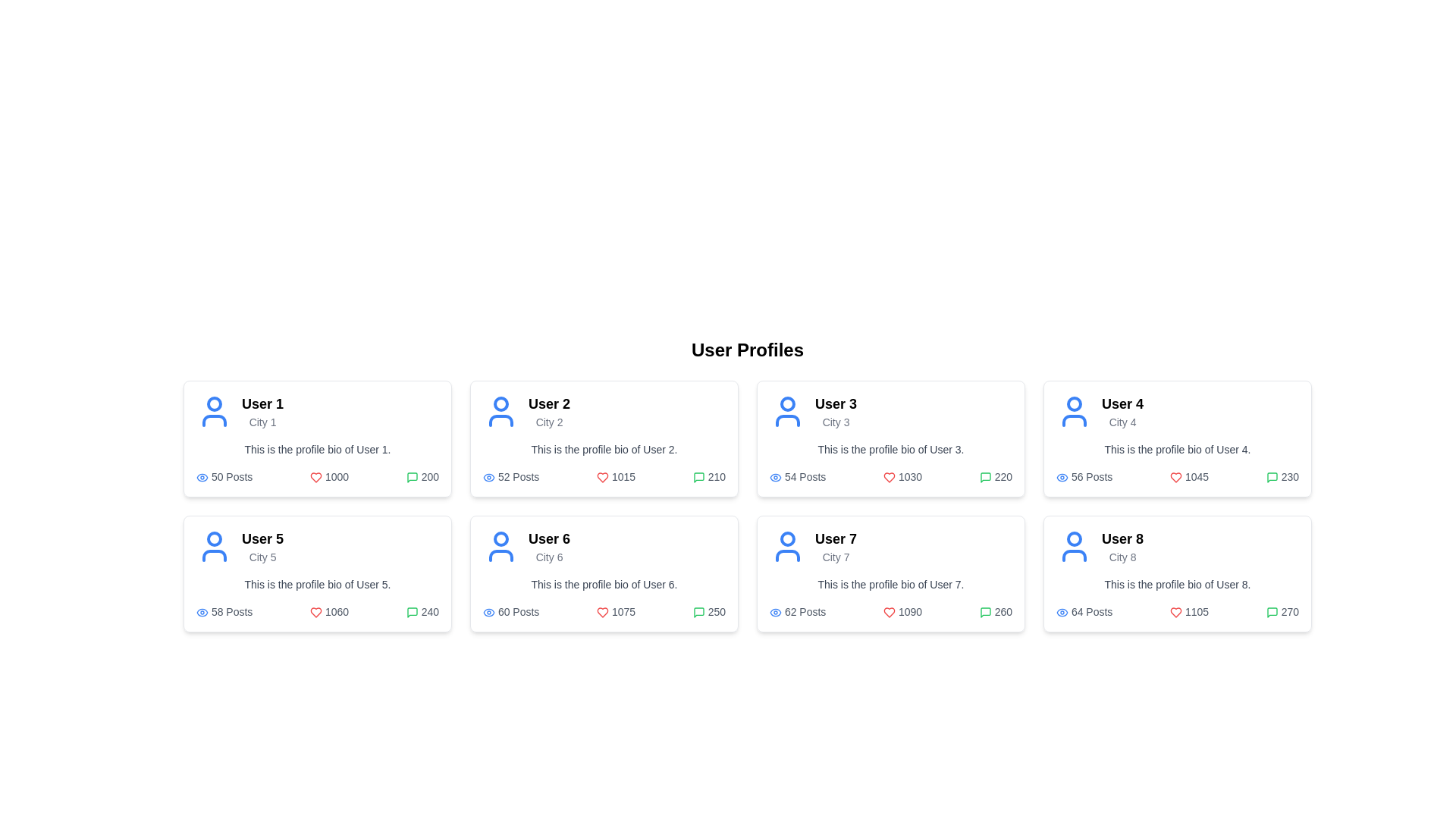  Describe the element at coordinates (835, 547) in the screenshot. I see `text content displayed for 'User 7' from 'City 7' in the seventh profile card of a 4x2 grid layout` at that location.